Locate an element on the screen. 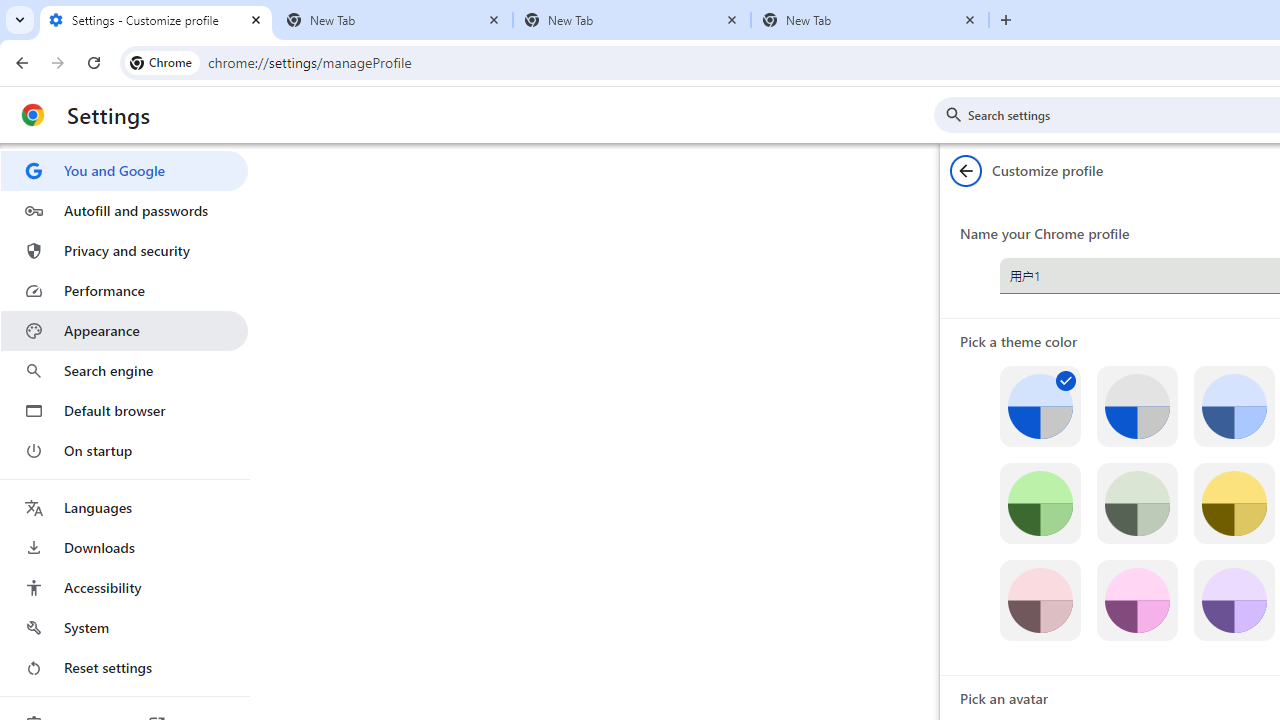 The width and height of the screenshot is (1280, 720). 'Privacy and security' is located at coordinates (123, 249).